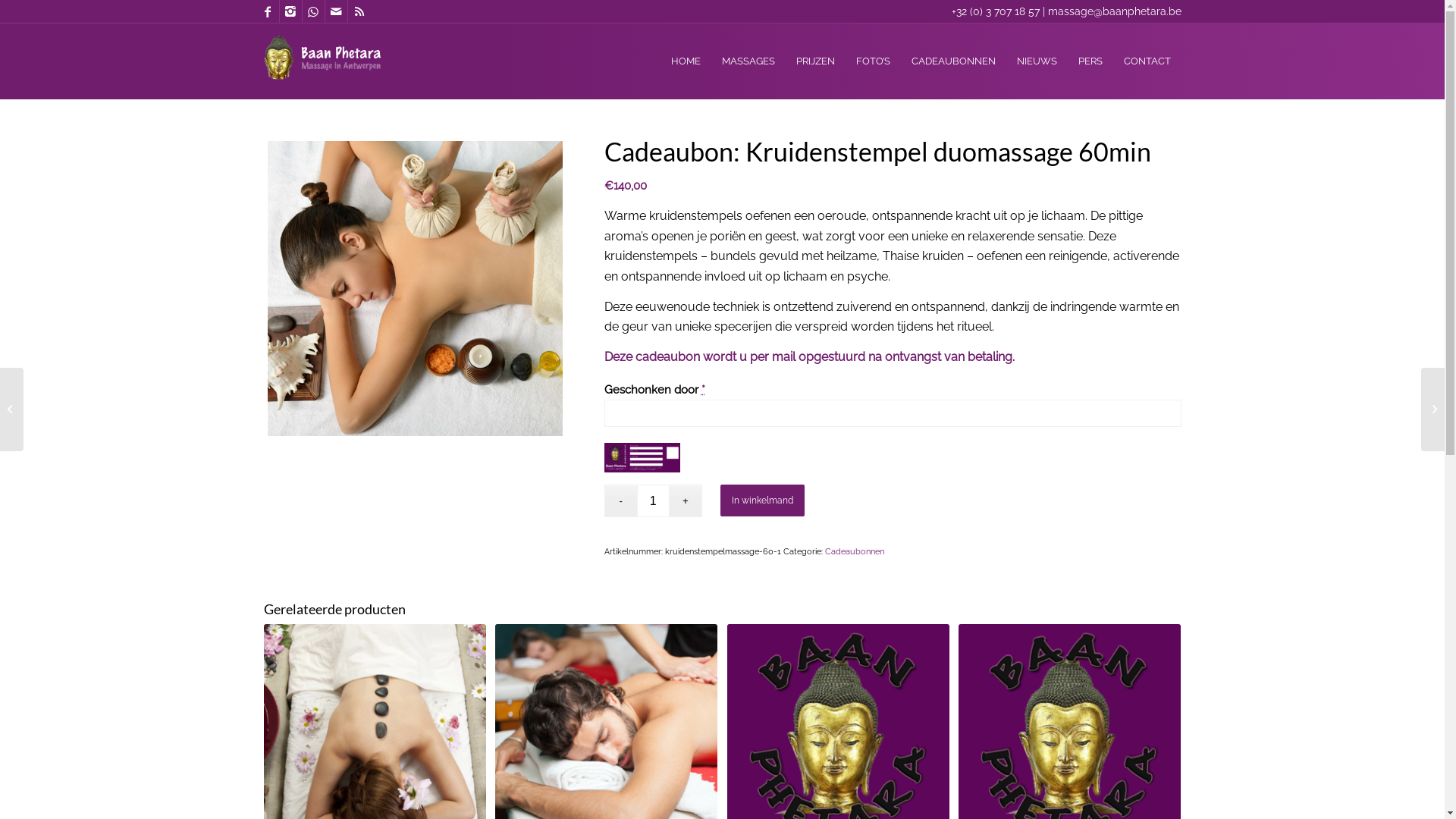  What do you see at coordinates (814, 61) in the screenshot?
I see `'PRIJZEN'` at bounding box center [814, 61].